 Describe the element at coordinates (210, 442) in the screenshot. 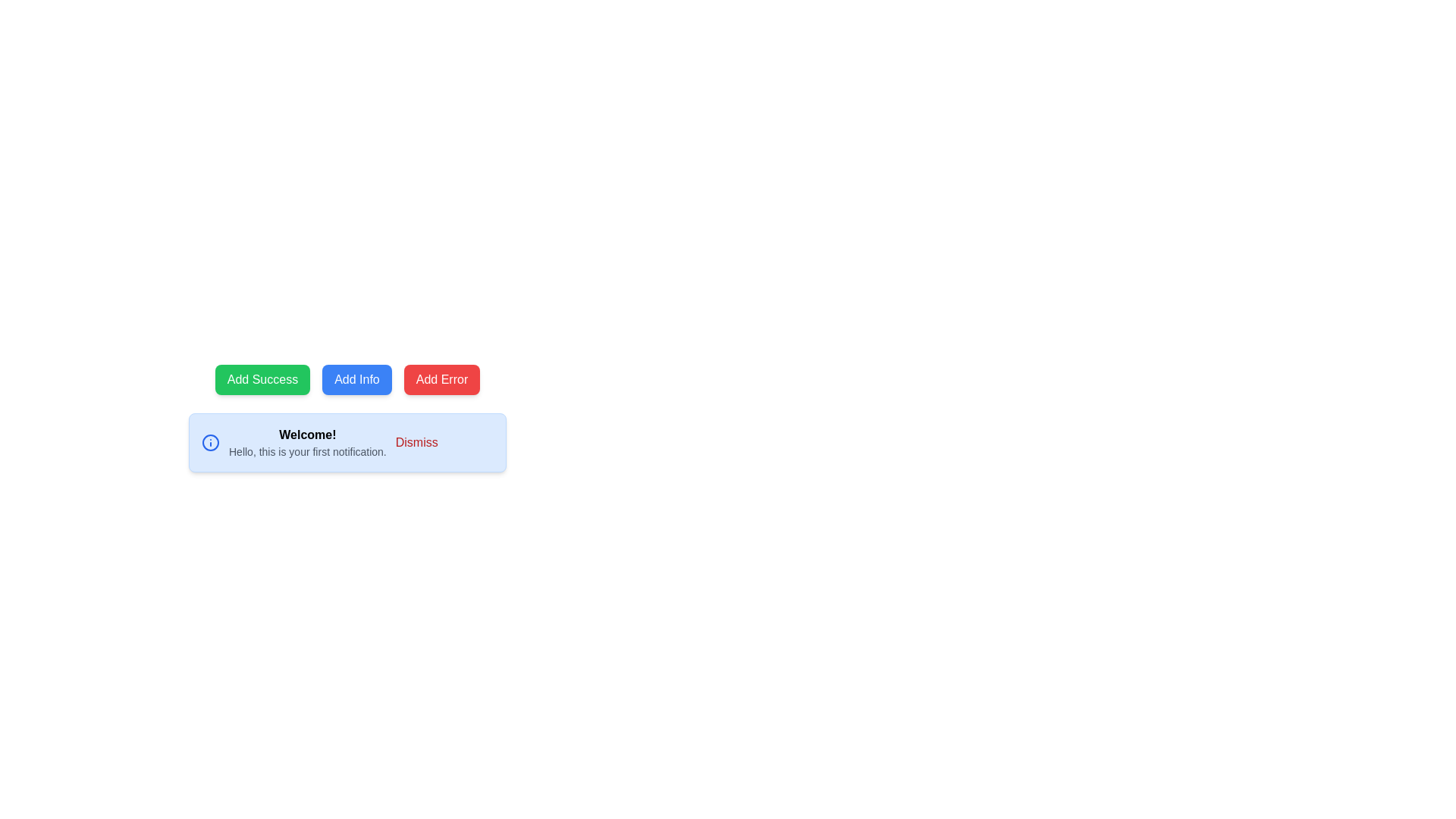

I see `the informational notification icon located in the top-left corner of the notification box adjacent to the text 'Welcome!'` at that location.